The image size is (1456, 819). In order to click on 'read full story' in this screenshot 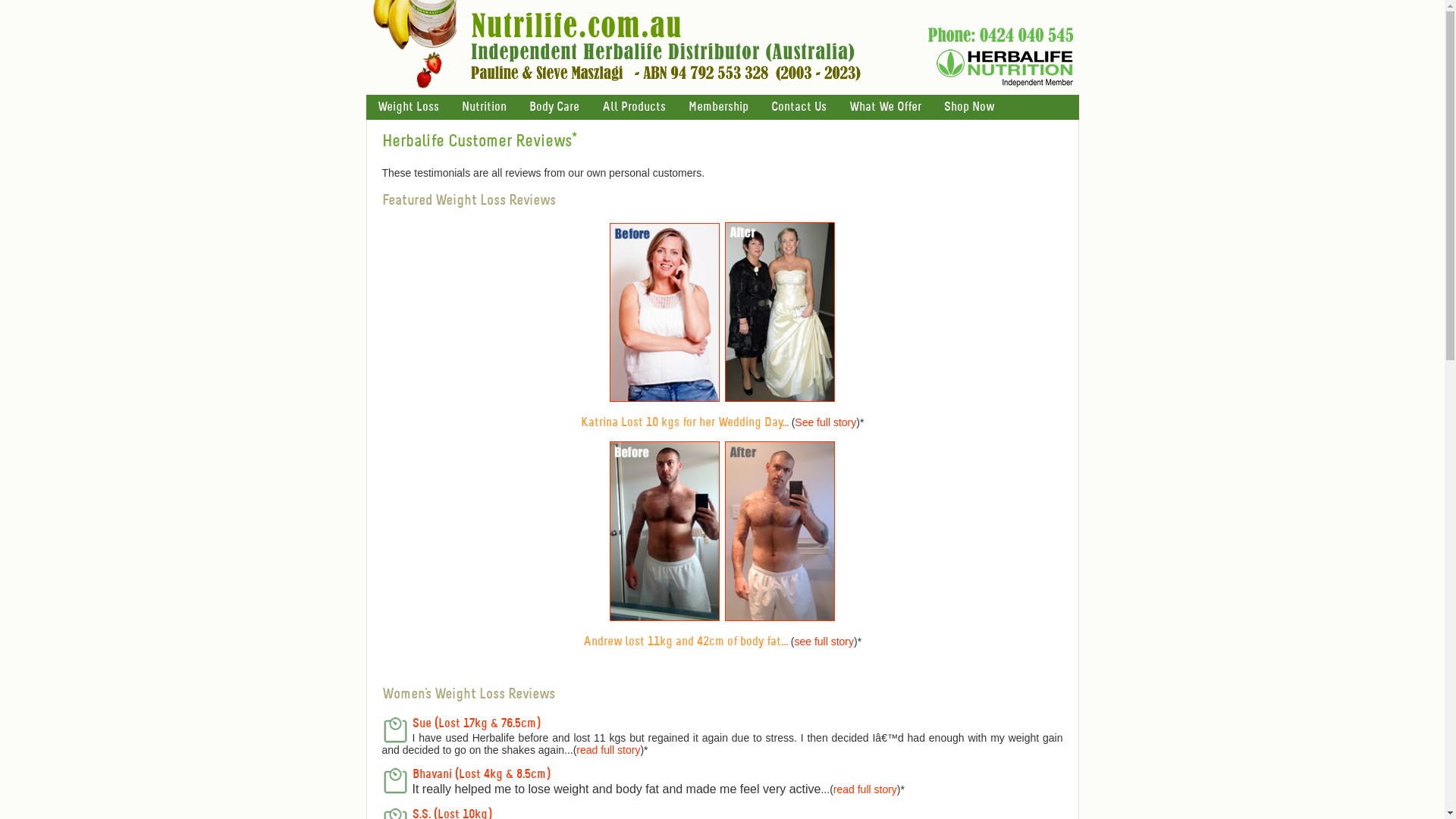, I will do `click(833, 789)`.